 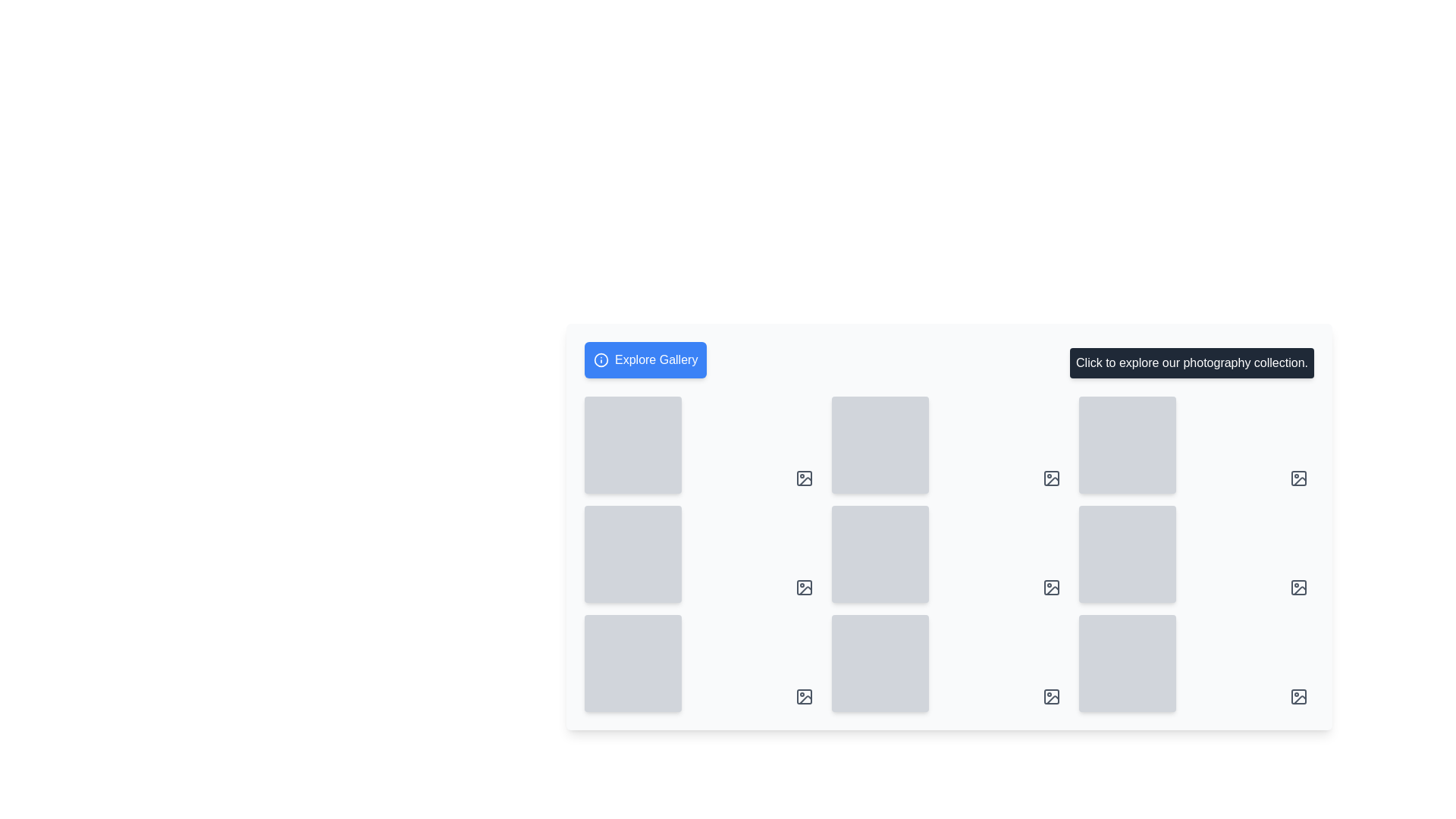 I want to click on the second tile in the leftmost vertical column, which is a square-shaped tile with rounded corners and a light gray background, so click(x=633, y=554).